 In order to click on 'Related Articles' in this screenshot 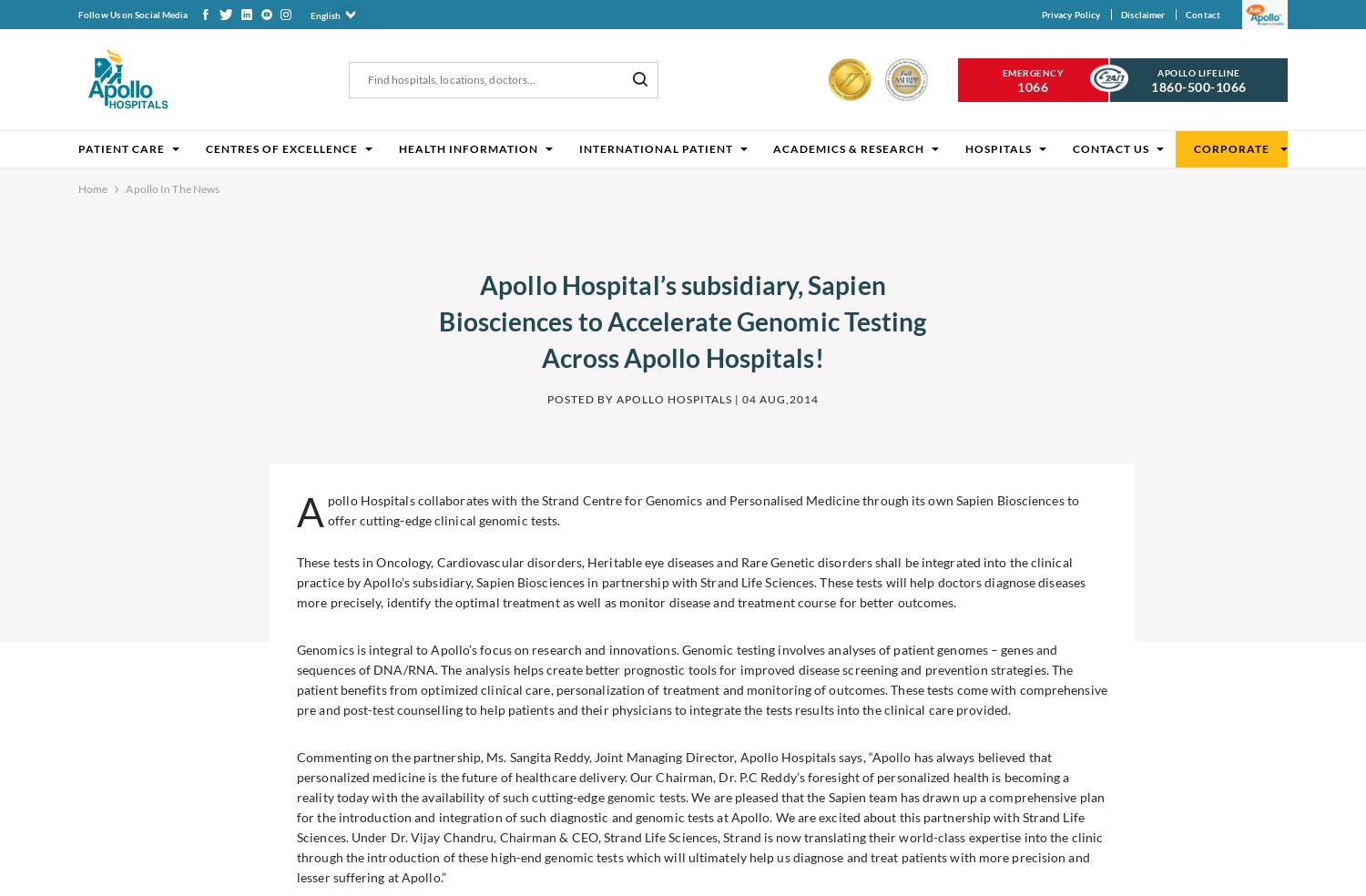, I will do `click(124, 300)`.